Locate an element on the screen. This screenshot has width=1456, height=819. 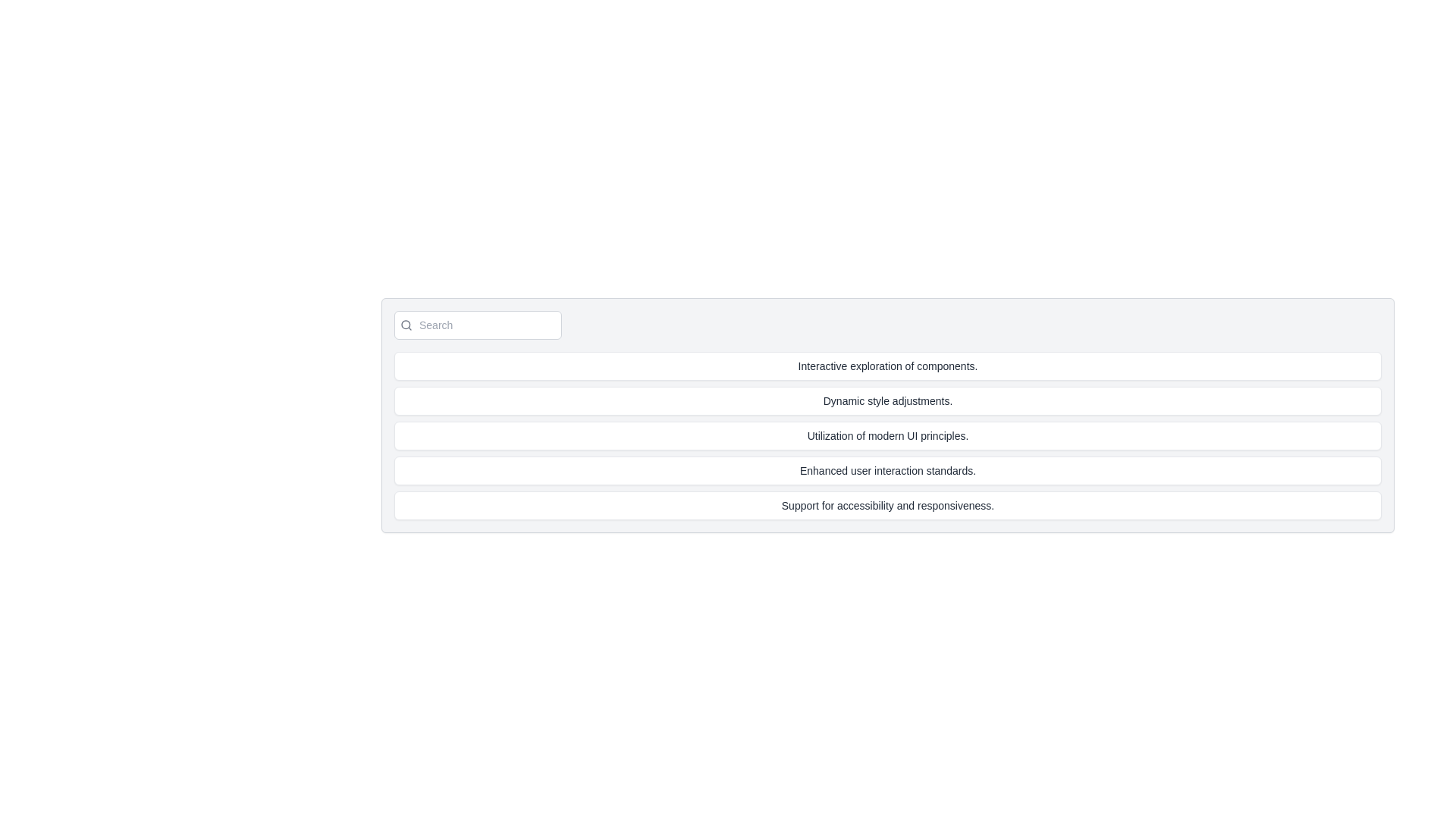
the empty space between the letters 'n' and 'o' in the word 'Utilization' within the sentence 'Utilization of modern UI principles.' is located at coordinates (855, 435).